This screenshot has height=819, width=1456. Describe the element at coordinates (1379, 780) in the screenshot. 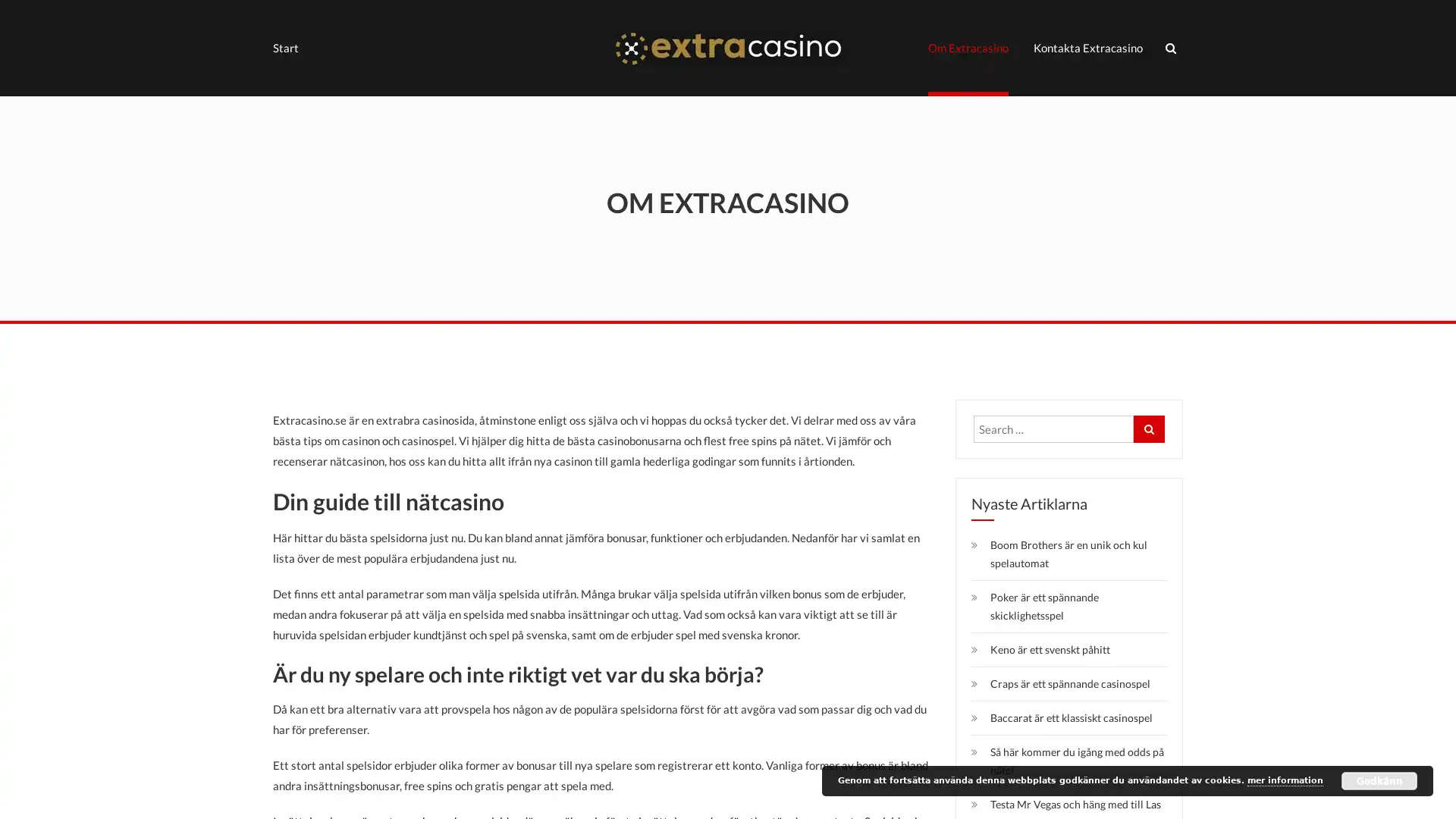

I see `Godkann` at that location.